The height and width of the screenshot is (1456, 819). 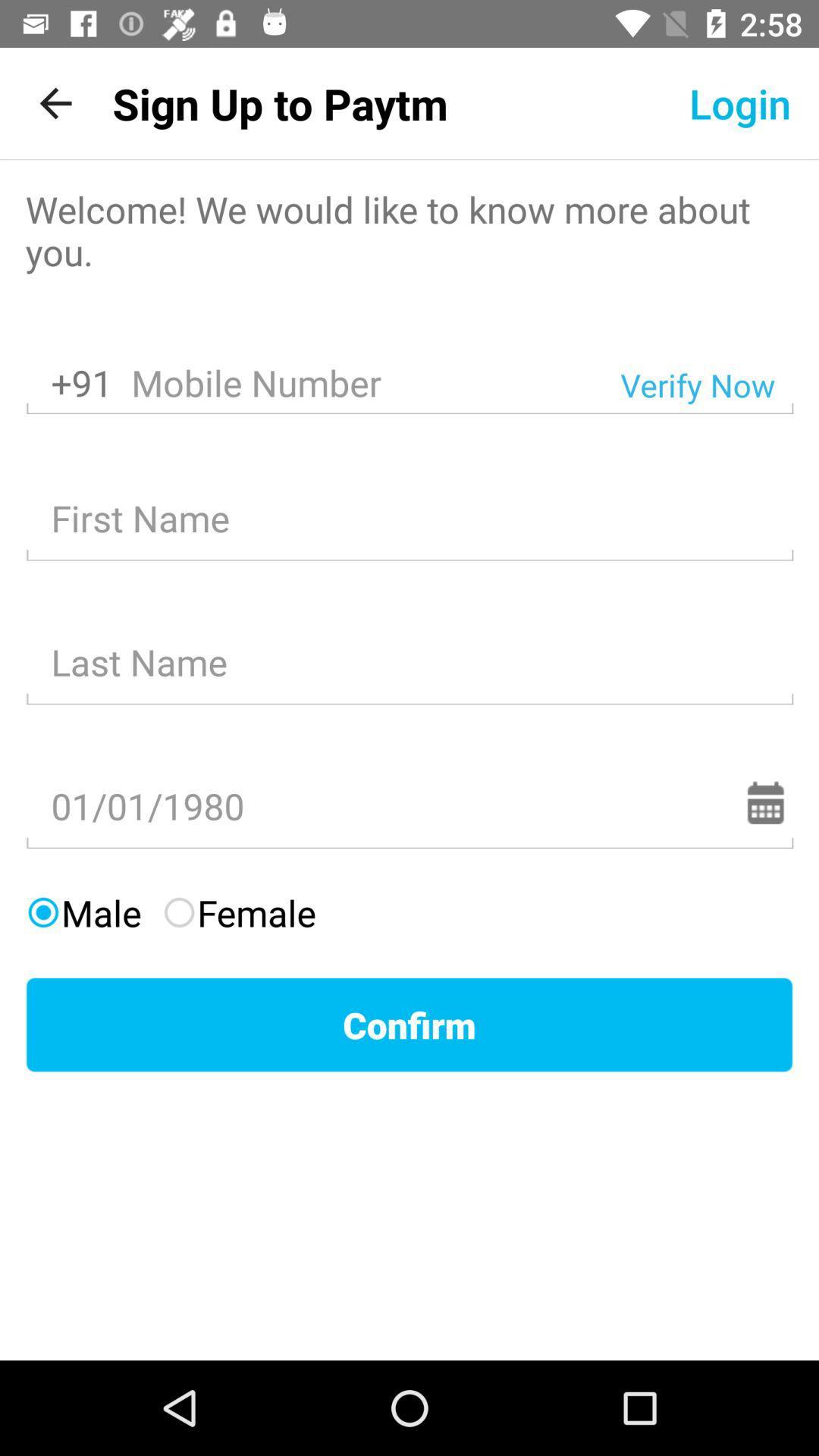 What do you see at coordinates (239, 912) in the screenshot?
I see `female item` at bounding box center [239, 912].